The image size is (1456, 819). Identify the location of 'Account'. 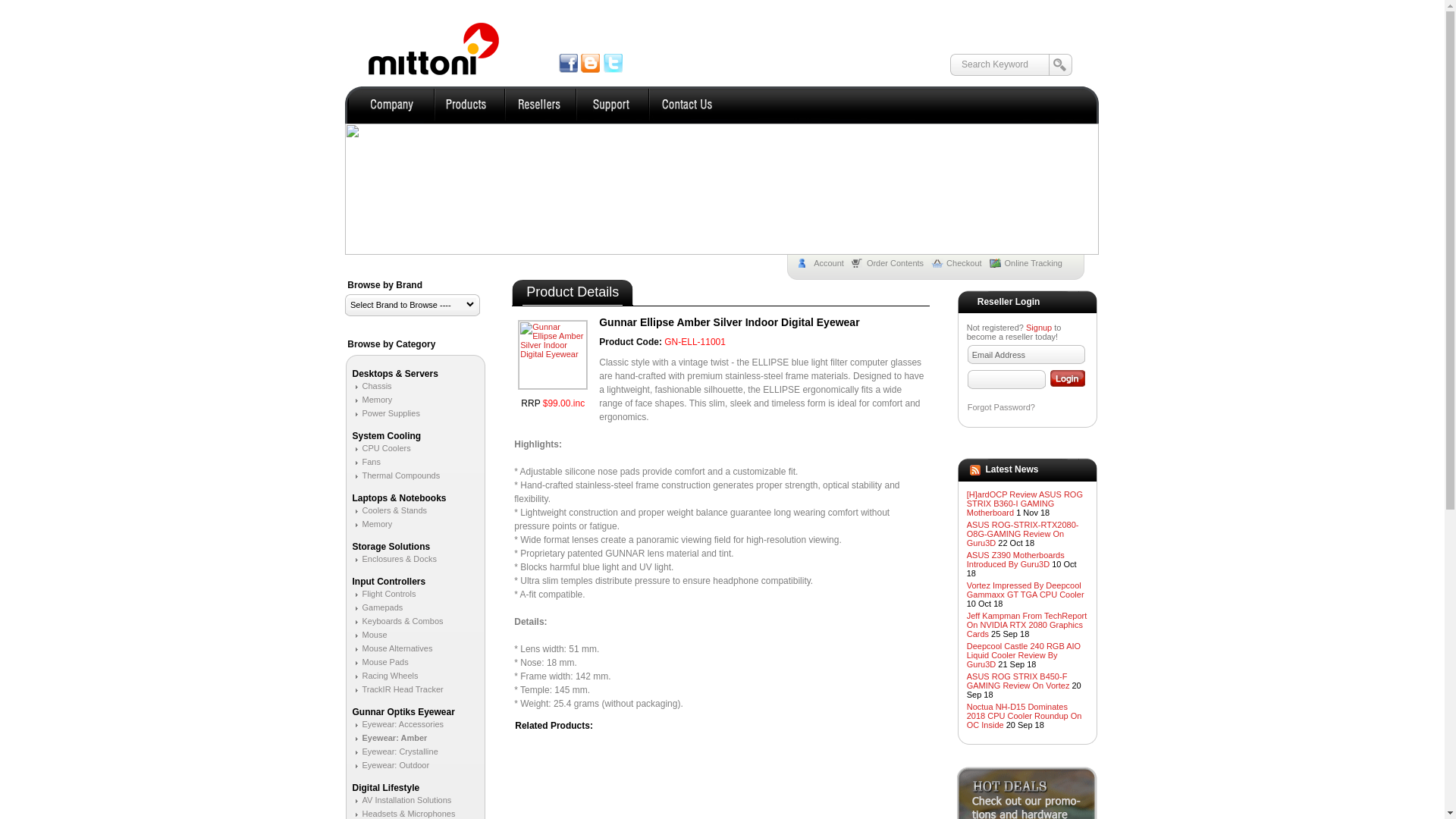
(824, 262).